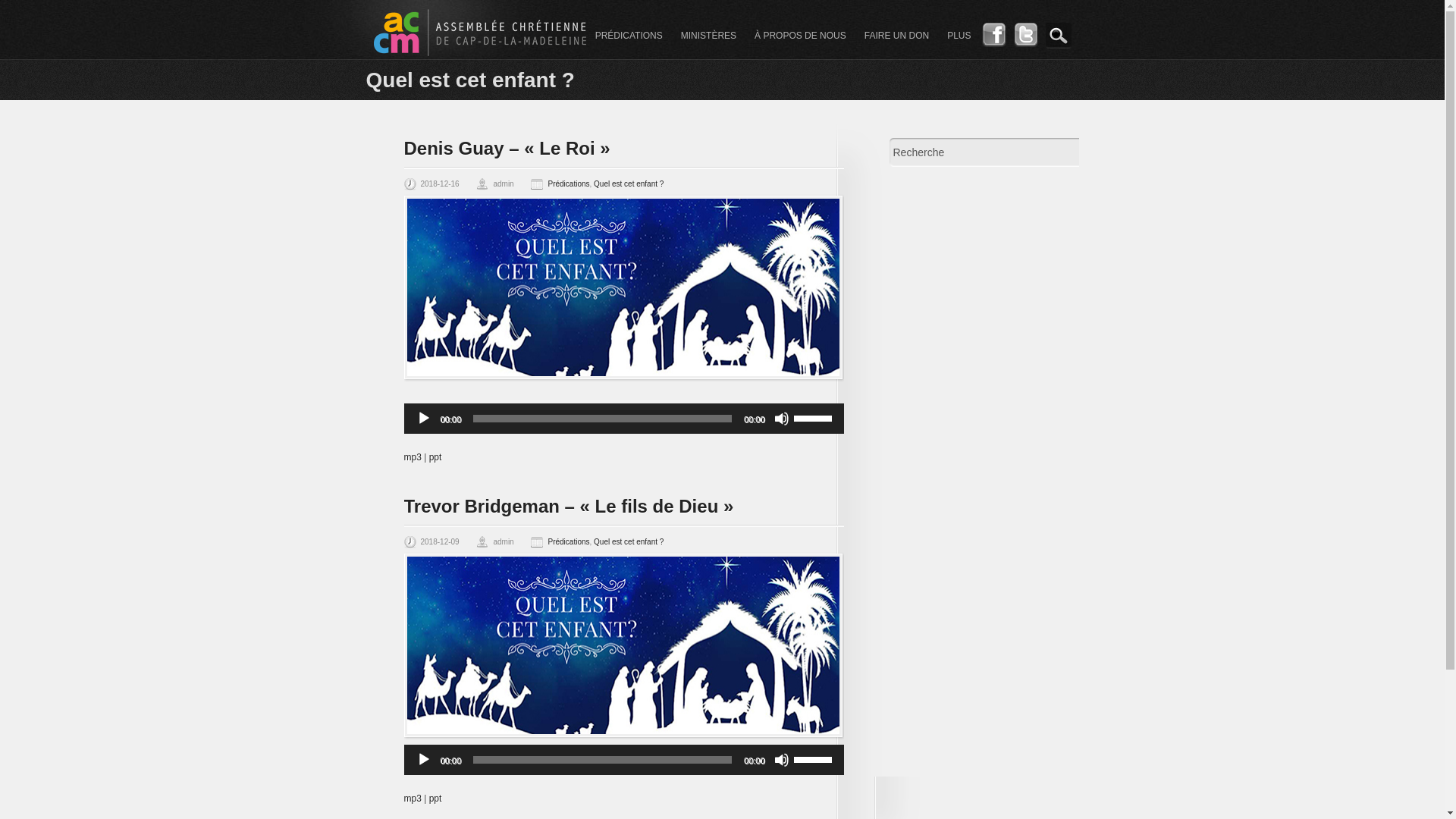 The width and height of the screenshot is (1456, 819). I want to click on 'FAIRE UN DON', so click(896, 35).